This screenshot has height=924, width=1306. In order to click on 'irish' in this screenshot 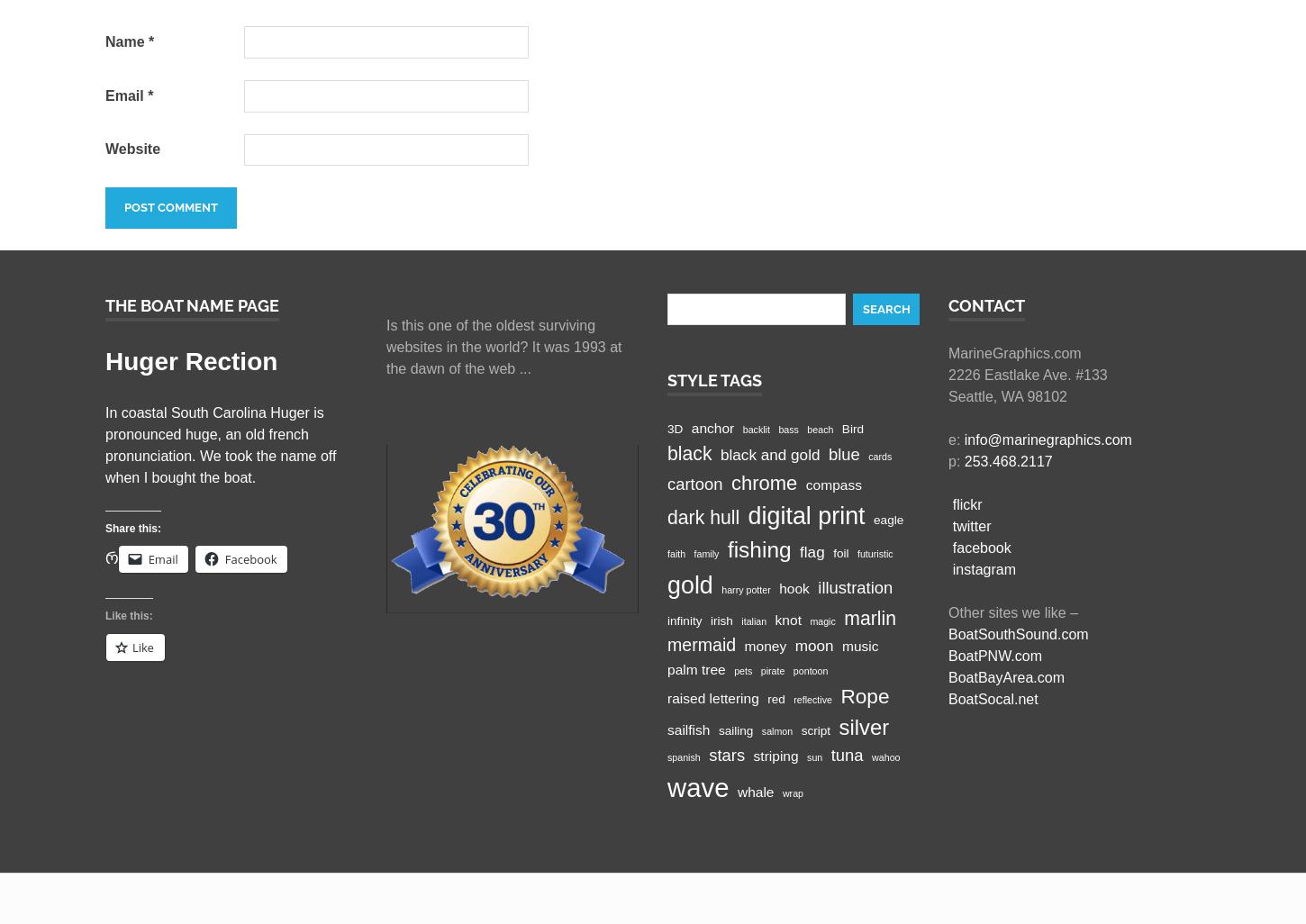, I will do `click(721, 619)`.